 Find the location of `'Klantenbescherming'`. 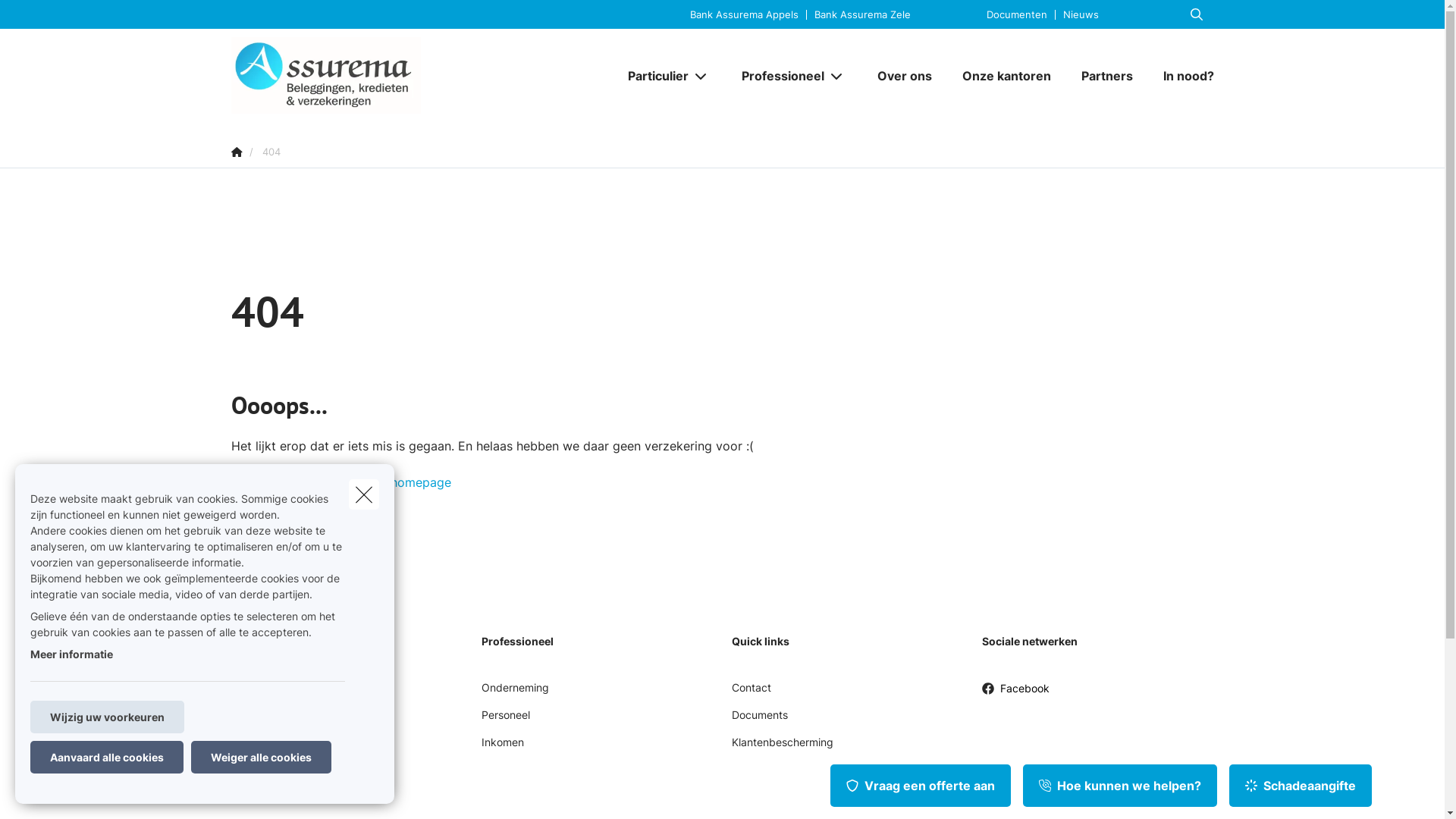

'Klantenbescherming' is located at coordinates (782, 747).